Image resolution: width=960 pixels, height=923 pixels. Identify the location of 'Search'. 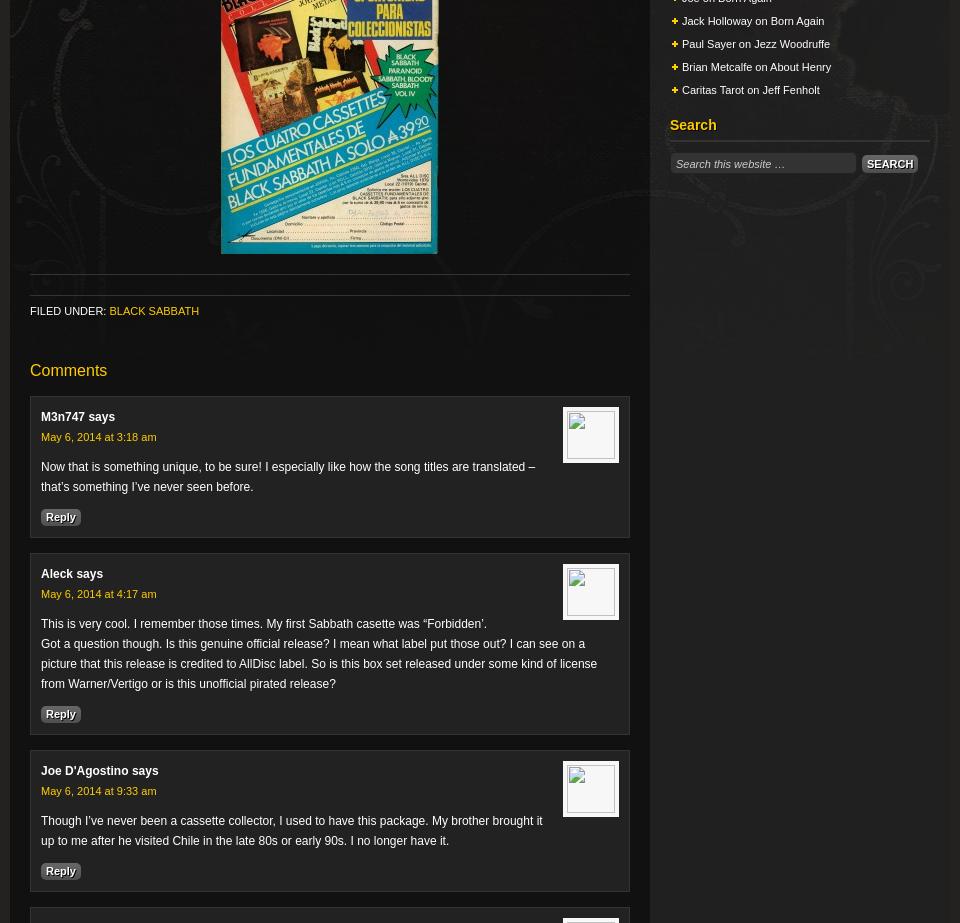
(693, 124).